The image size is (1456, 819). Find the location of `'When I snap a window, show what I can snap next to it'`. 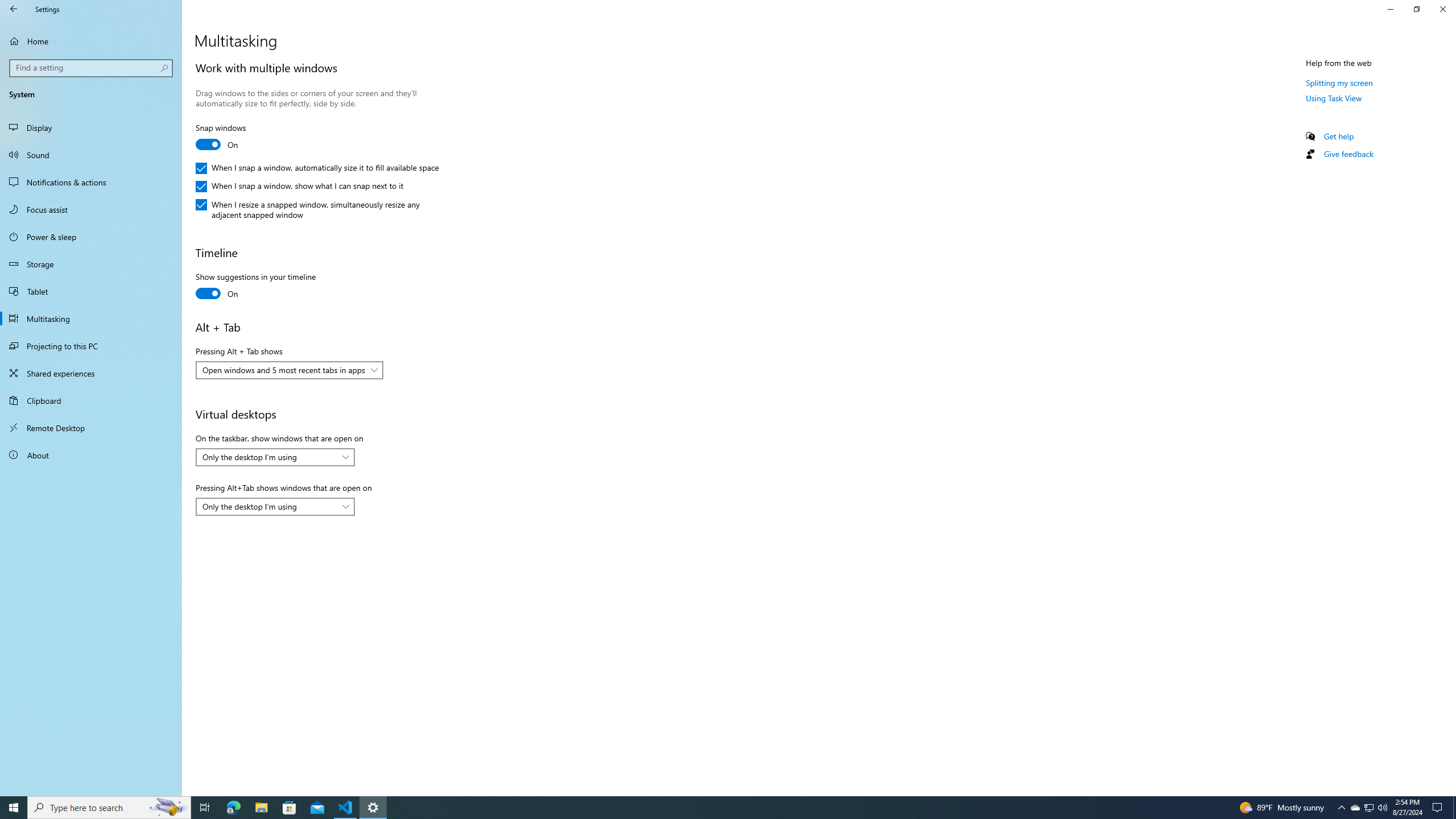

'When I snap a window, show what I can snap next to it' is located at coordinates (299, 187).